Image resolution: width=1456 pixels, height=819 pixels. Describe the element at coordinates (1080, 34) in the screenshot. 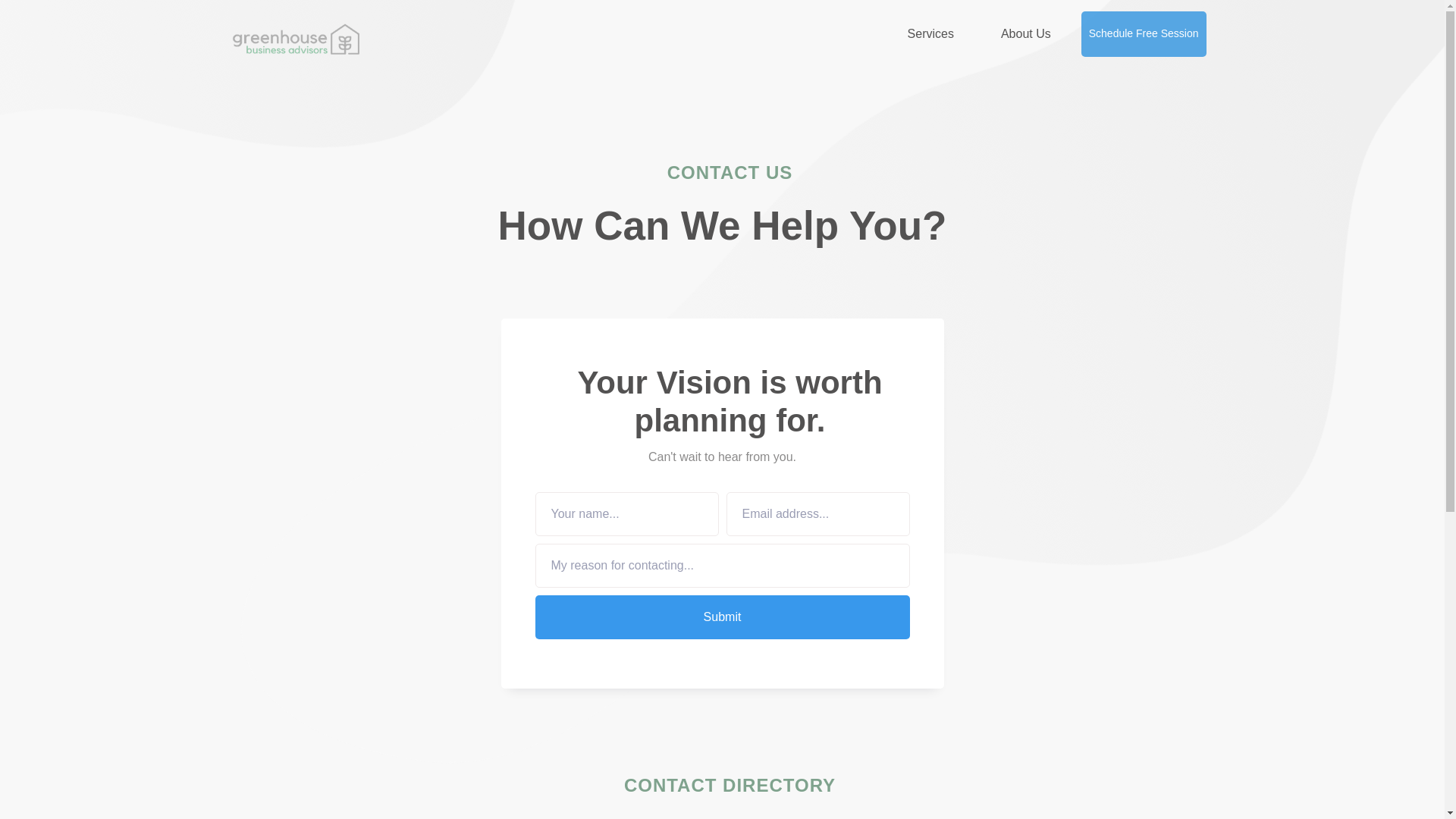

I see `'Schedule Free Session'` at that location.